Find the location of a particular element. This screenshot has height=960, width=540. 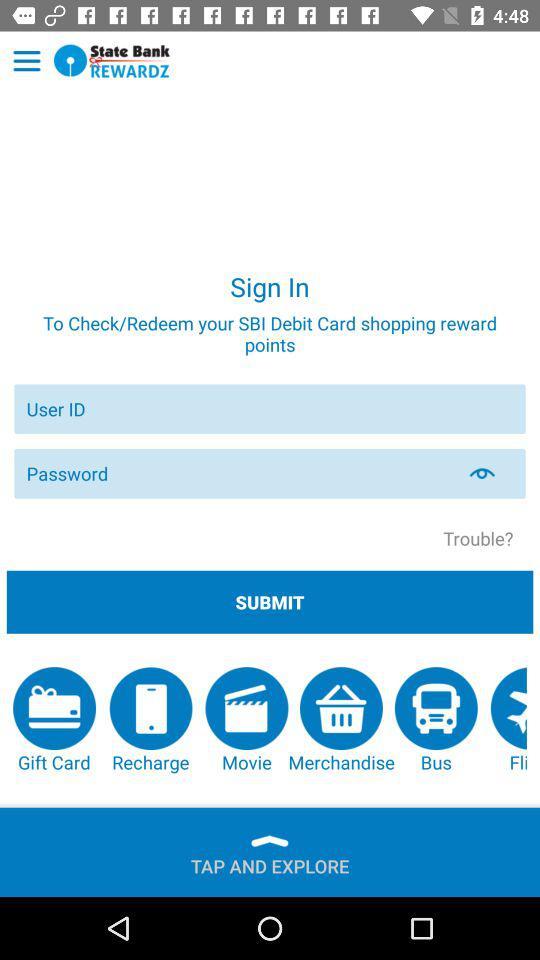

item to the right of movie is located at coordinates (340, 720).